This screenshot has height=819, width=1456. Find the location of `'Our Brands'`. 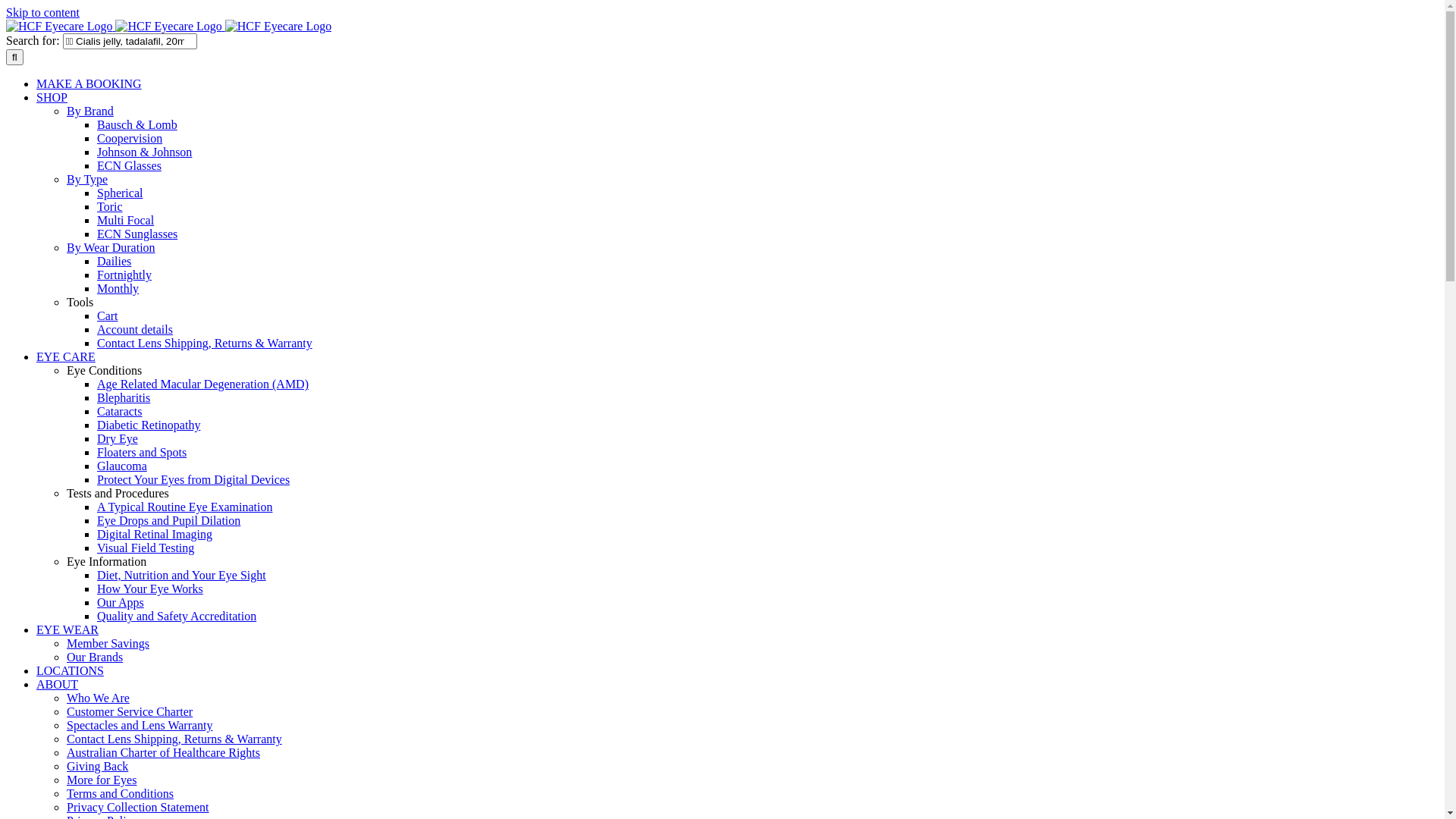

'Our Brands' is located at coordinates (65, 656).